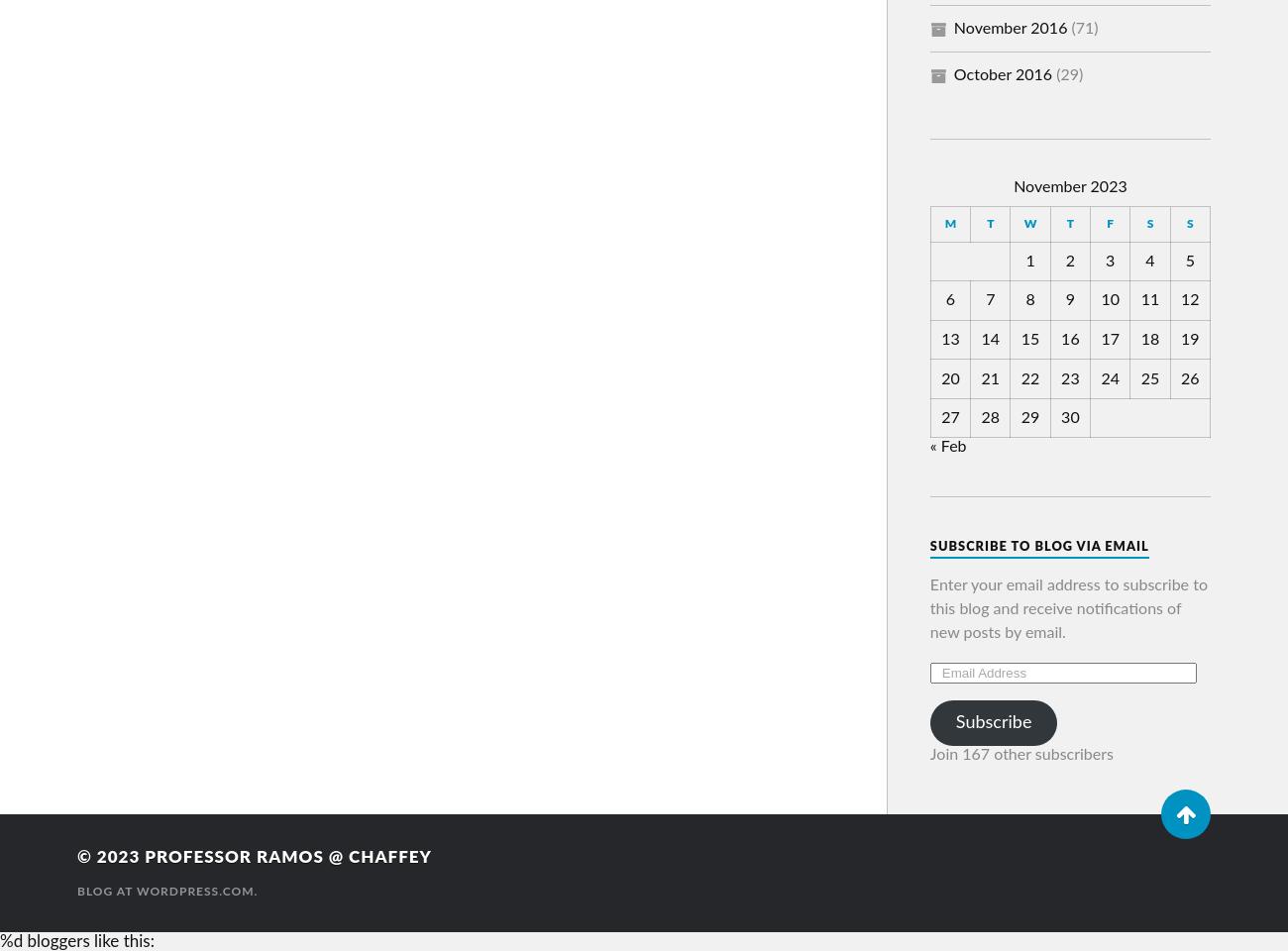 This screenshot has height=951, width=1288. Describe the element at coordinates (989, 299) in the screenshot. I see `'7'` at that location.